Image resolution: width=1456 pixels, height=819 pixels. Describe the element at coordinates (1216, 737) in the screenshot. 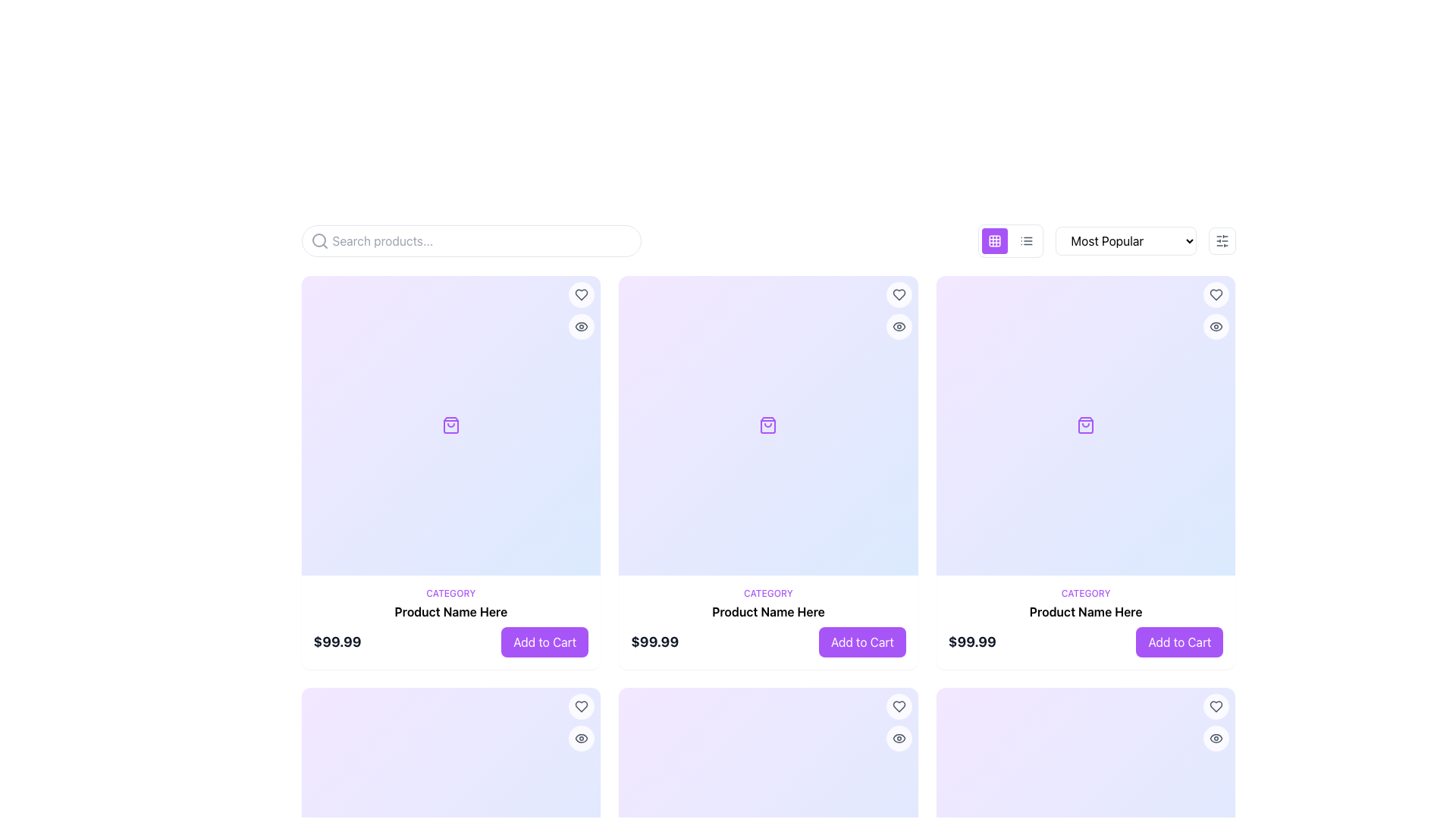

I see `keyboard navigation` at that location.